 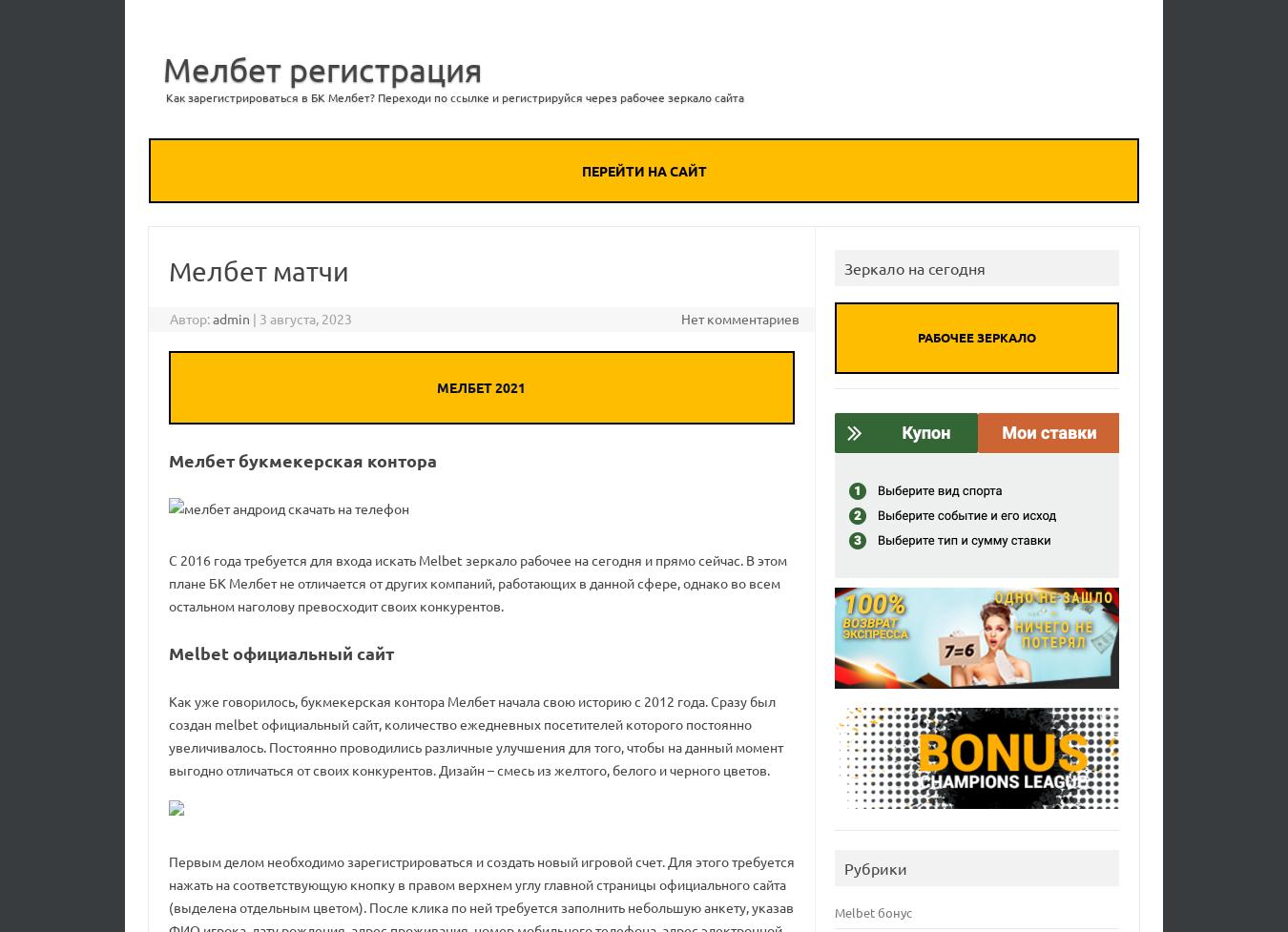 What do you see at coordinates (304, 317) in the screenshot?
I see `'3 августа, 2023'` at bounding box center [304, 317].